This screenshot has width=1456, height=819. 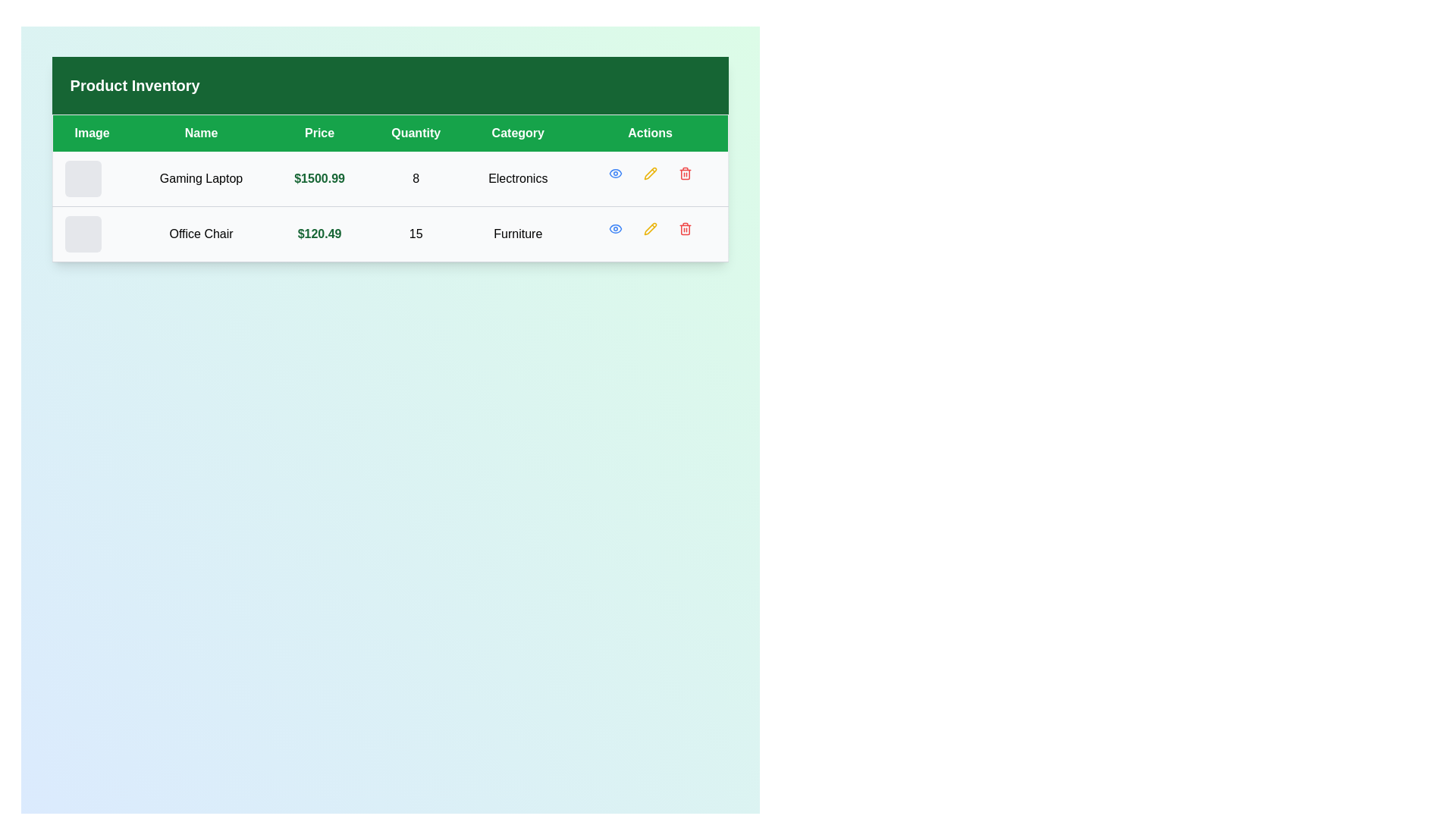 What do you see at coordinates (82, 177) in the screenshot?
I see `the gray, rounded square thumbnail space in the 'Image' column of the inventory table for the 'Gaming Laptop' product` at bounding box center [82, 177].